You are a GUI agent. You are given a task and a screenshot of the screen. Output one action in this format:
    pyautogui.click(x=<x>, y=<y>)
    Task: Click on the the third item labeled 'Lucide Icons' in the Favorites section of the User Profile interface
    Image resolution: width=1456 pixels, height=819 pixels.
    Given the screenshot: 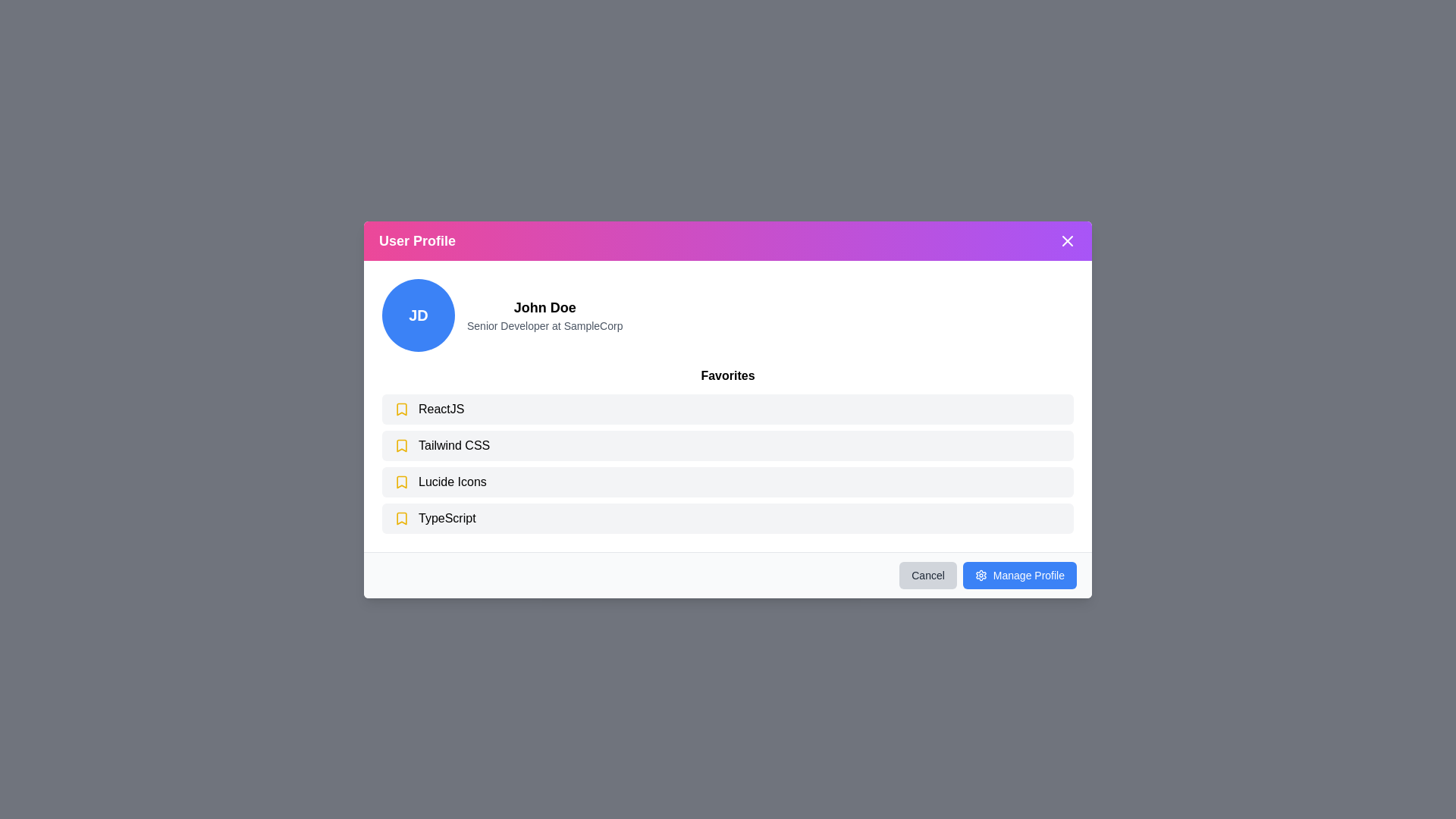 What is the action you would take?
    pyautogui.click(x=728, y=482)
    